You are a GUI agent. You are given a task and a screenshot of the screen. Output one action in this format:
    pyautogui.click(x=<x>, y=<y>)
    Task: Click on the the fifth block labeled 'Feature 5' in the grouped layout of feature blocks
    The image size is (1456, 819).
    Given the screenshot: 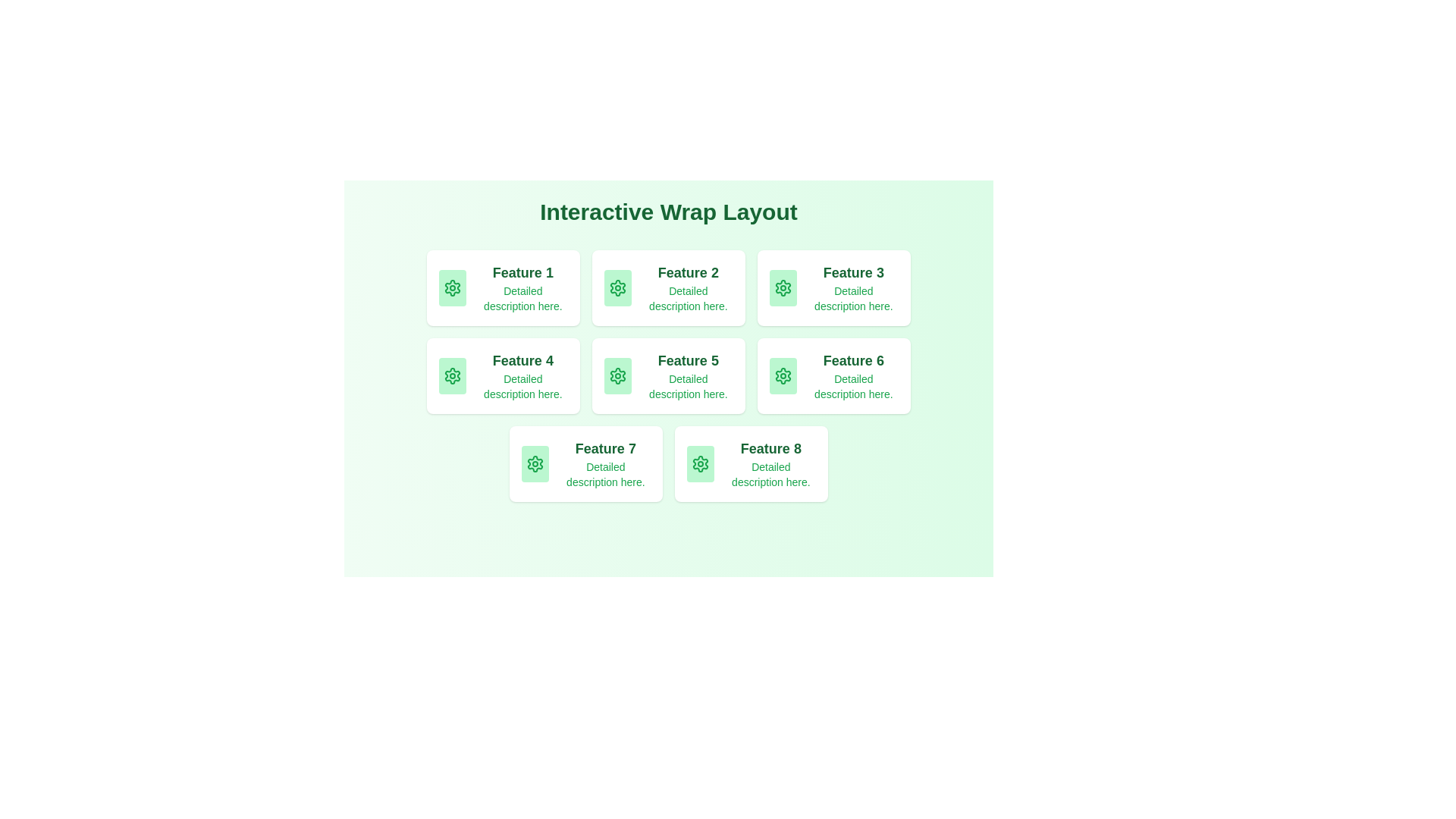 What is the action you would take?
    pyautogui.click(x=668, y=375)
    